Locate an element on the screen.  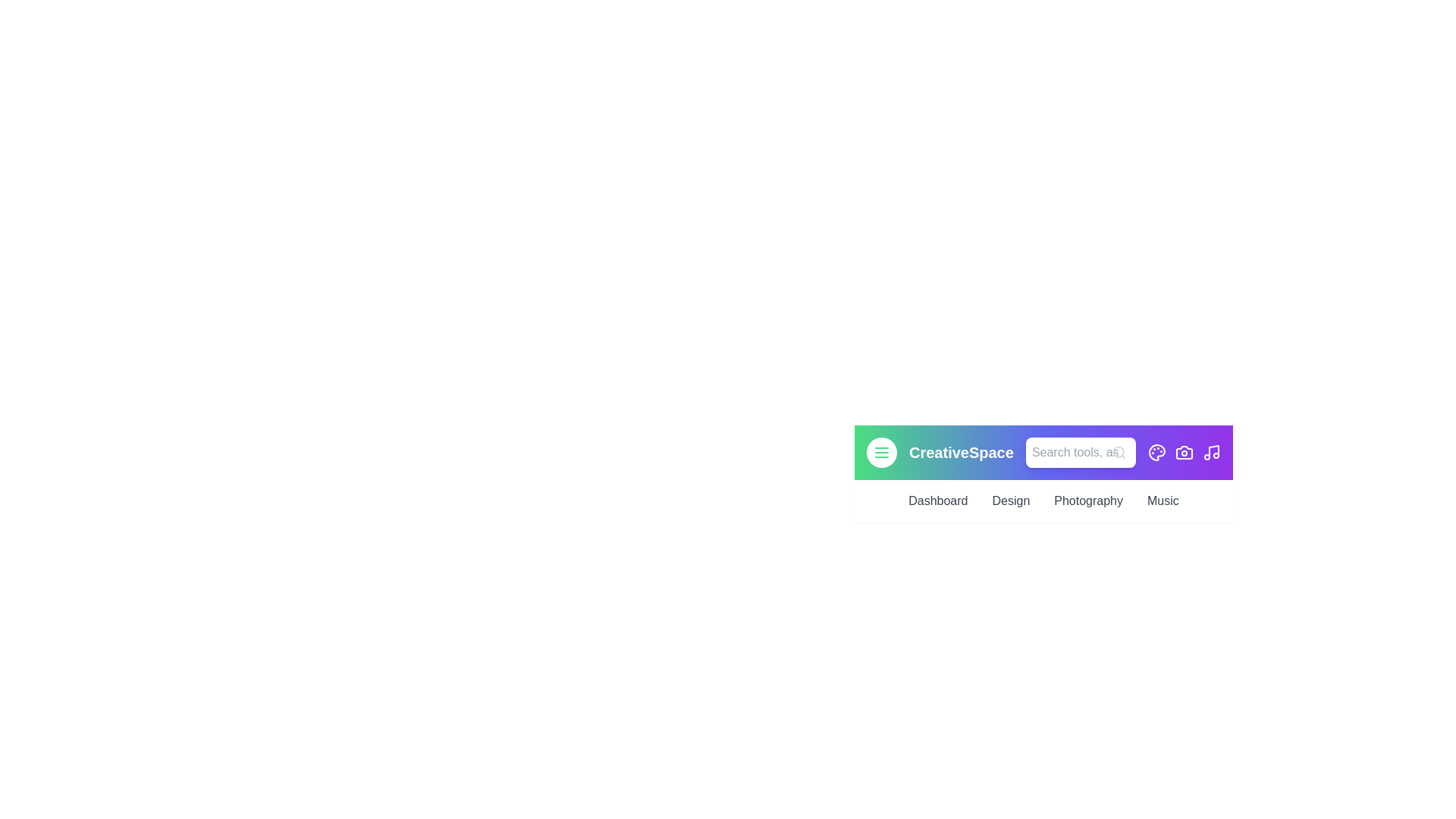
the menu toggle button to toggle the menu open/closed is located at coordinates (881, 452).